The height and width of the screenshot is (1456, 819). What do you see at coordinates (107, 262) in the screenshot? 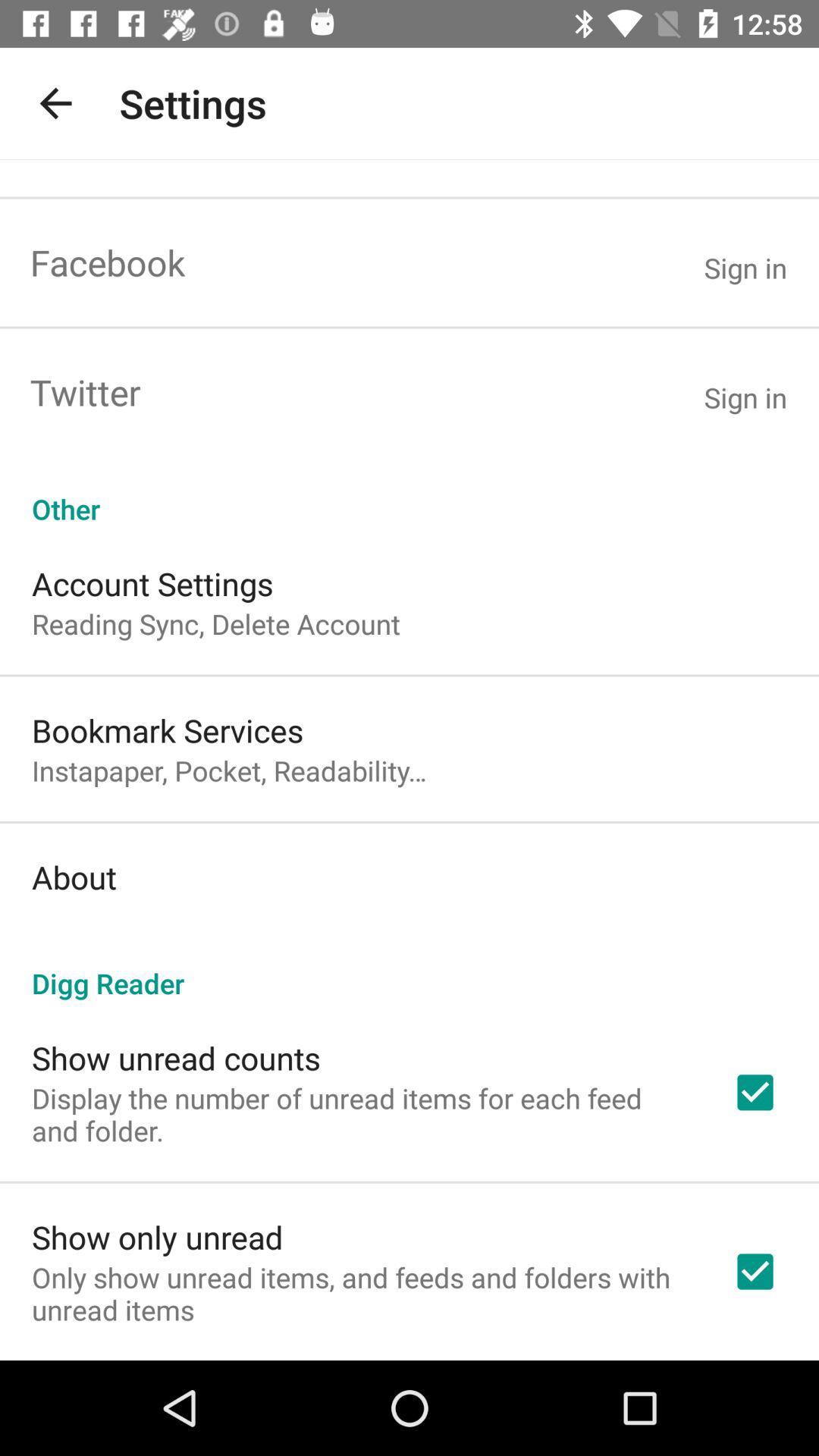
I see `item to the left of the sign in app` at bounding box center [107, 262].